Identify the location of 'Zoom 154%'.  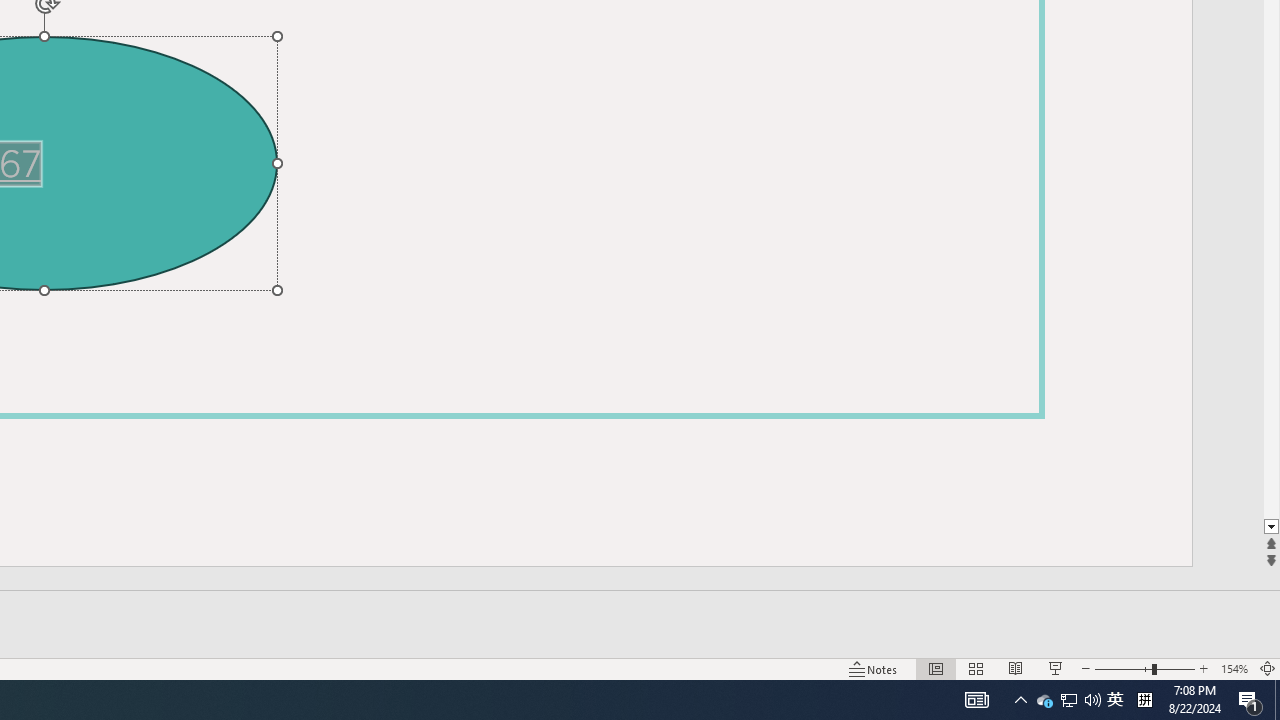
(1233, 669).